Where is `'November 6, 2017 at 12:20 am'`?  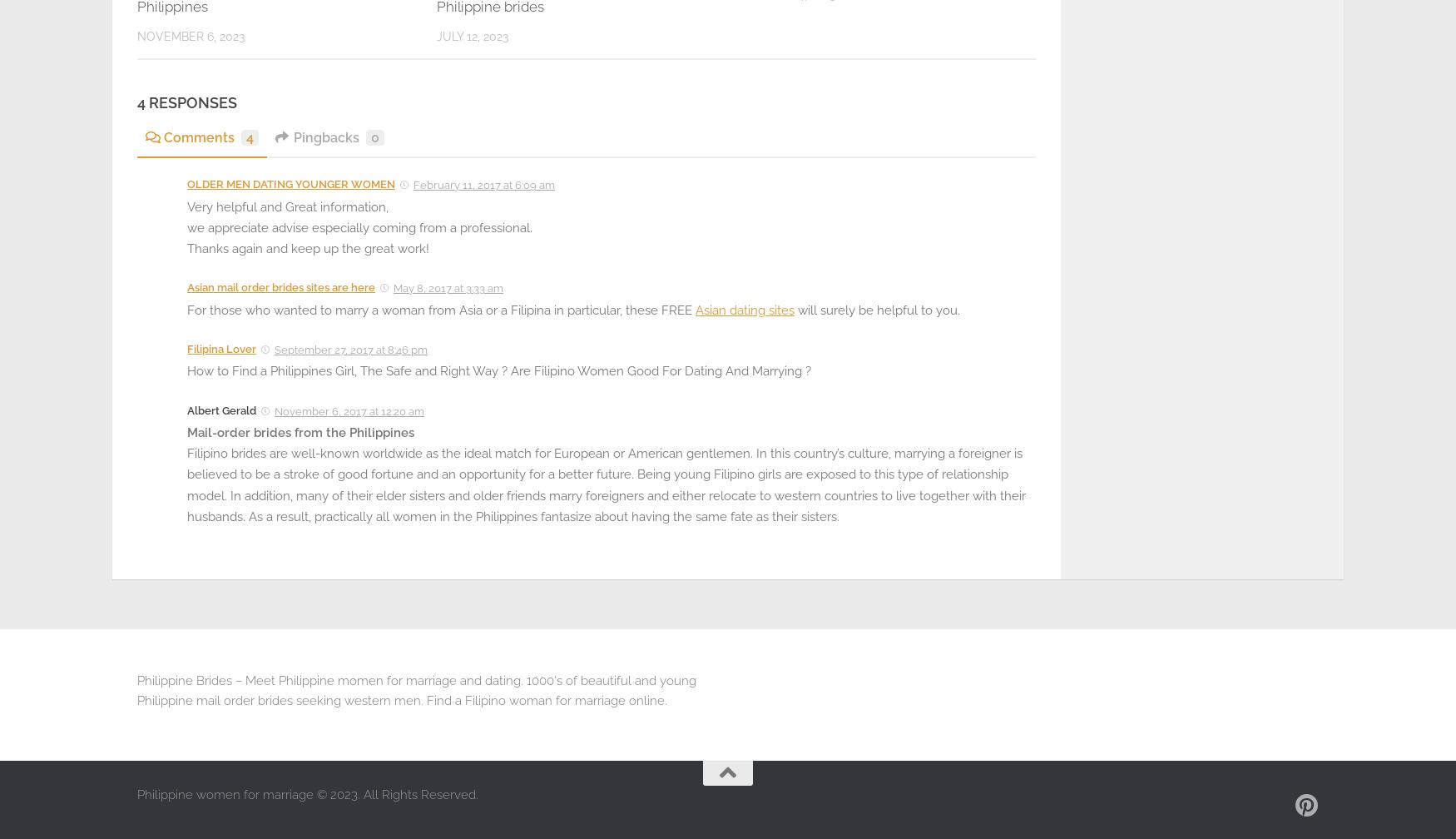
'November 6, 2017 at 12:20 am' is located at coordinates (349, 410).